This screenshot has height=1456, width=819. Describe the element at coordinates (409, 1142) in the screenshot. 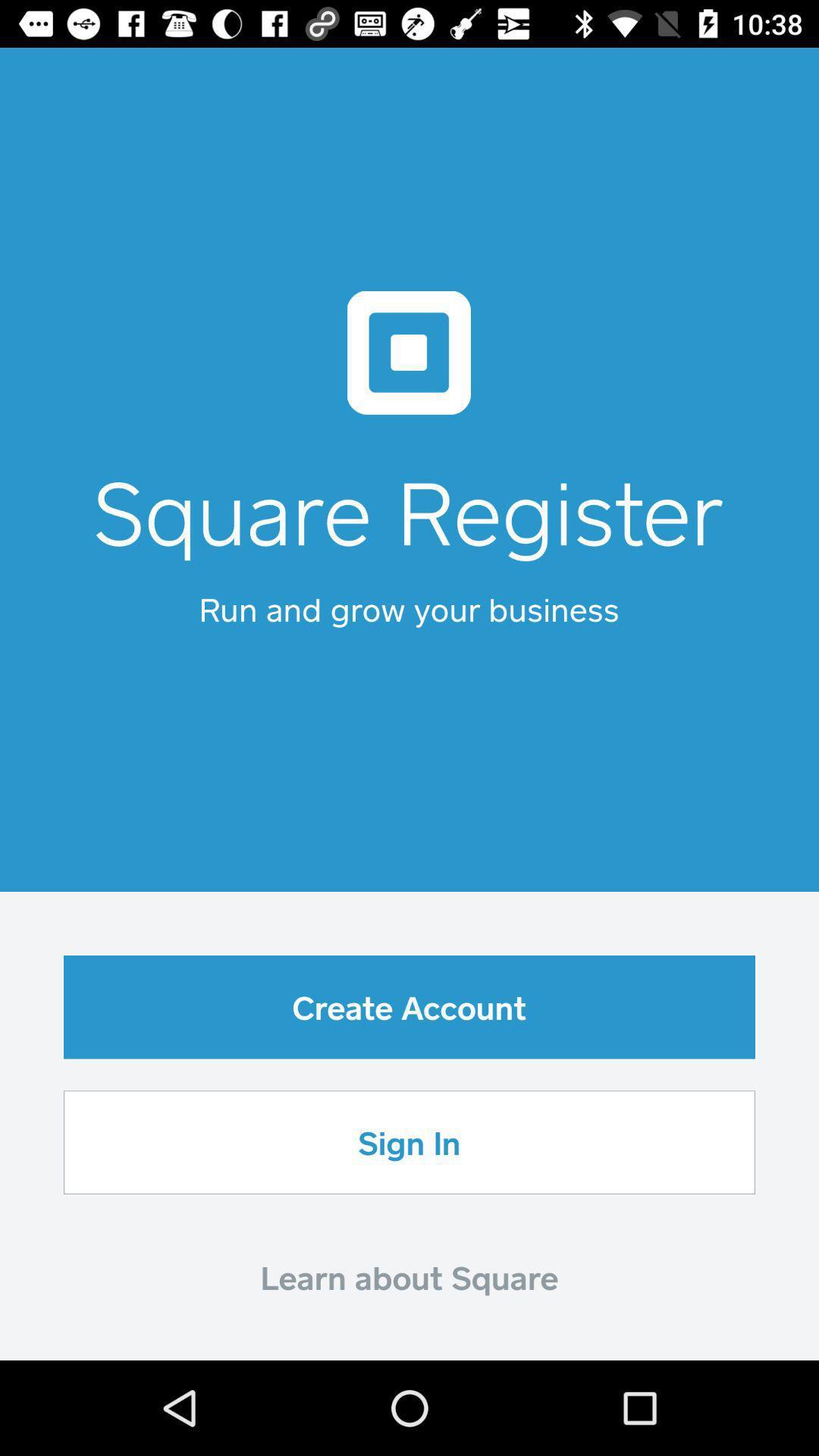

I see `sign in` at that location.